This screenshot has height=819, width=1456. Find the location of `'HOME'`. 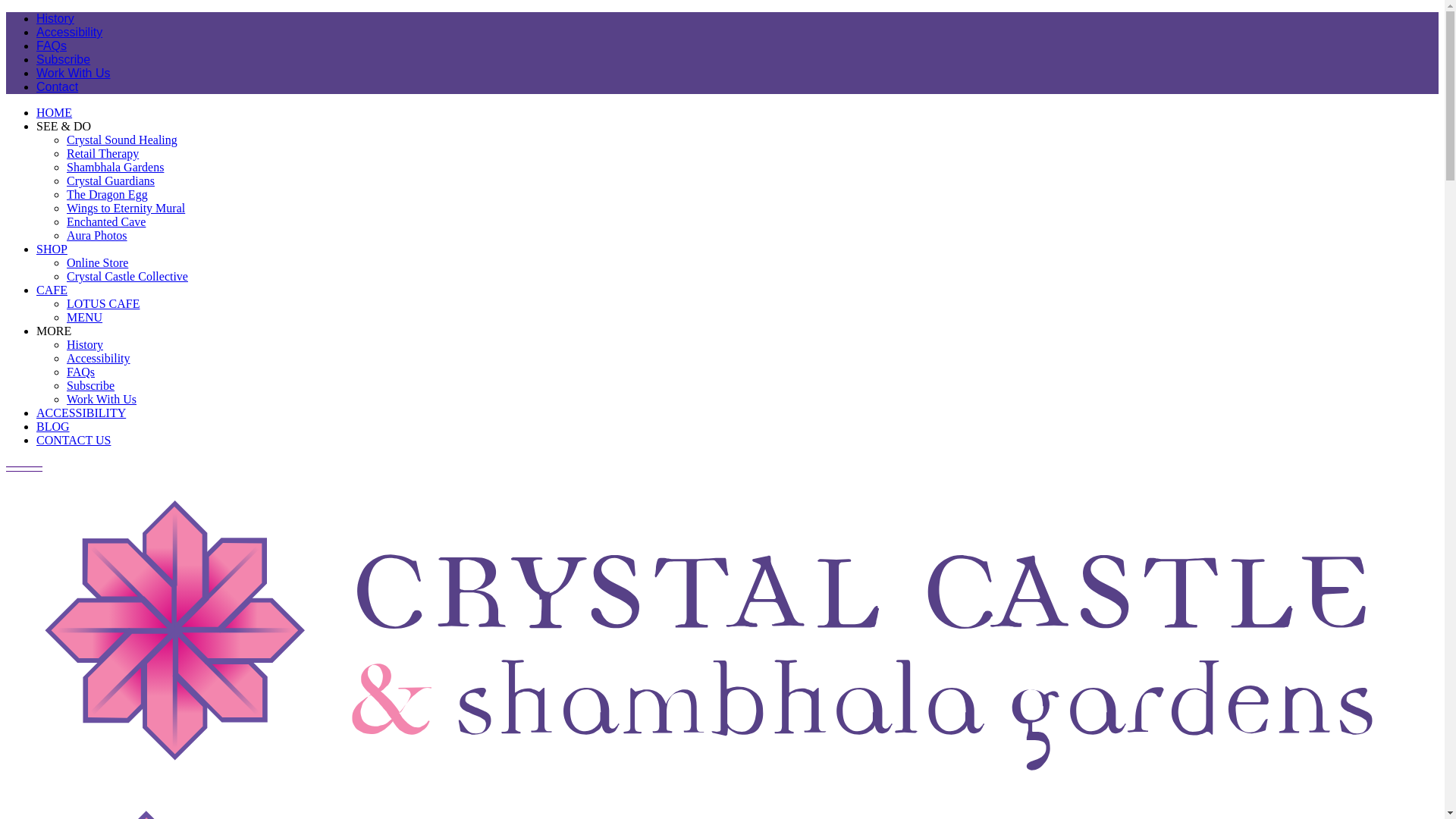

'HOME' is located at coordinates (36, 111).